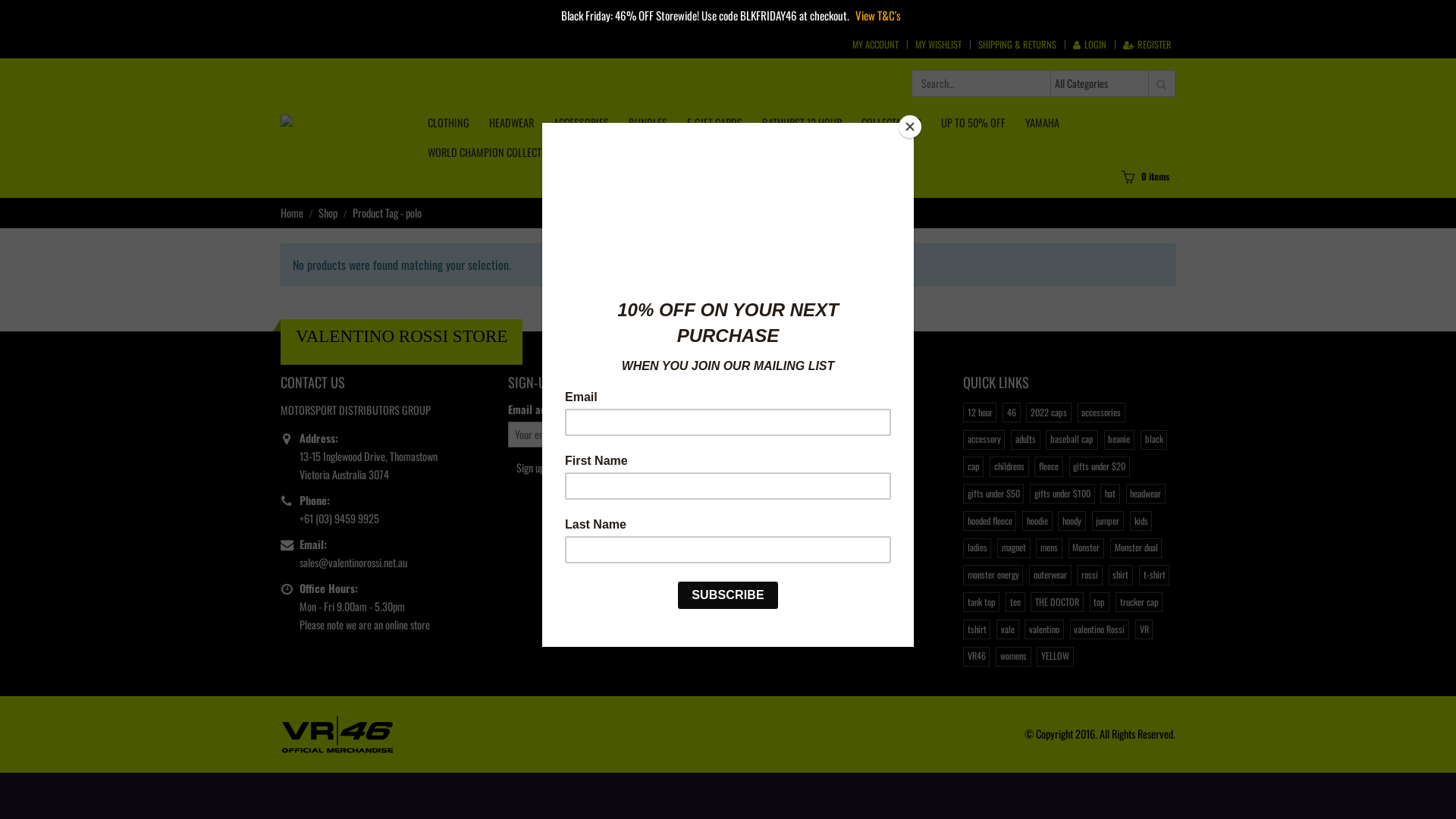 Image resolution: width=1456 pixels, height=819 pixels. Describe the element at coordinates (291, 213) in the screenshot. I see `'Home'` at that location.